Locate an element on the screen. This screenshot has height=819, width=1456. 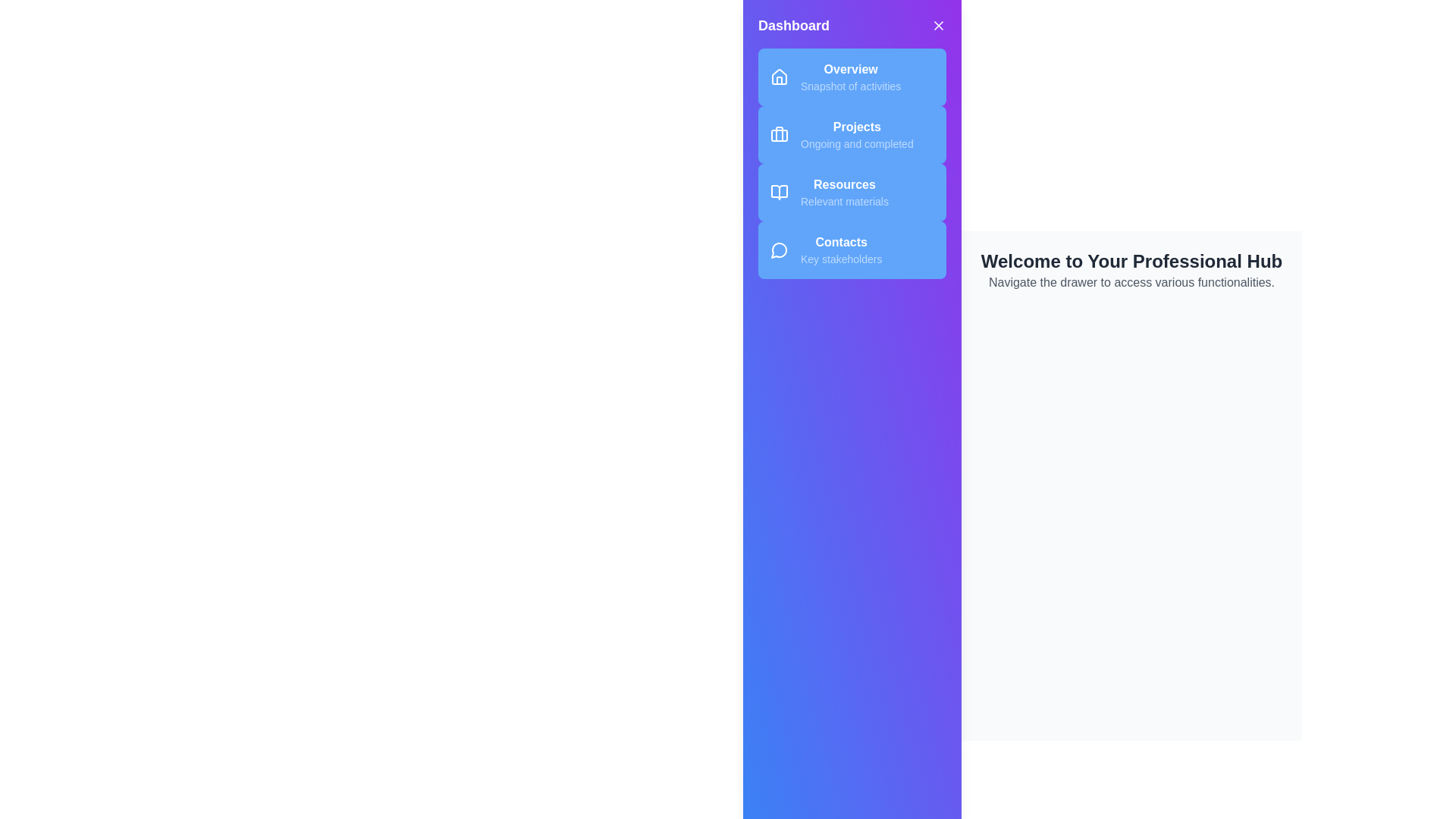
the menu item labeled Projects to observe its hover effect is located at coordinates (852, 133).